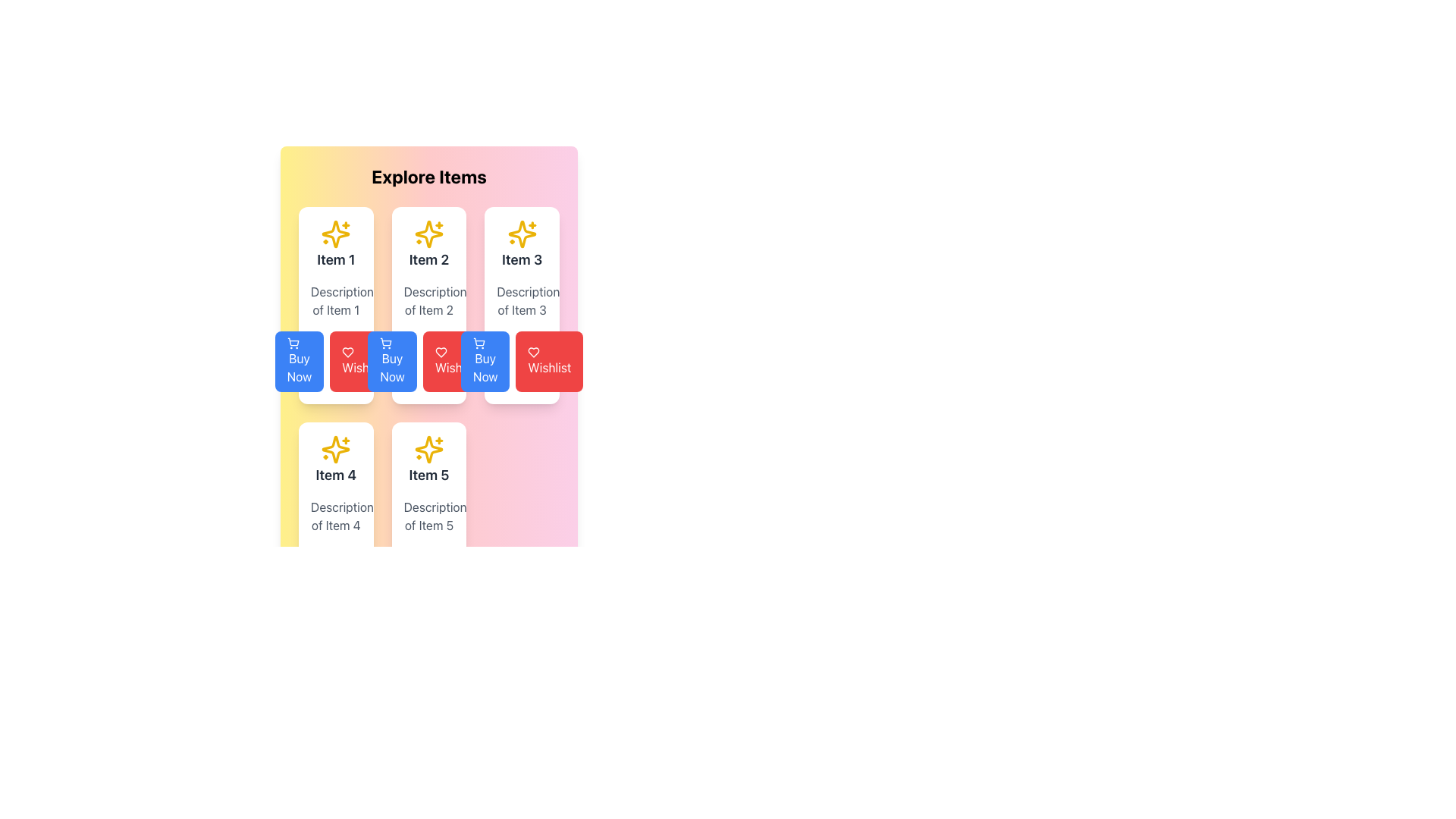  What do you see at coordinates (335, 234) in the screenshot?
I see `the sparkles-shaped Decorative SVG Icon, which is bright yellow and located at the top section of the card labeled 'Item 1' in the grid layout` at bounding box center [335, 234].